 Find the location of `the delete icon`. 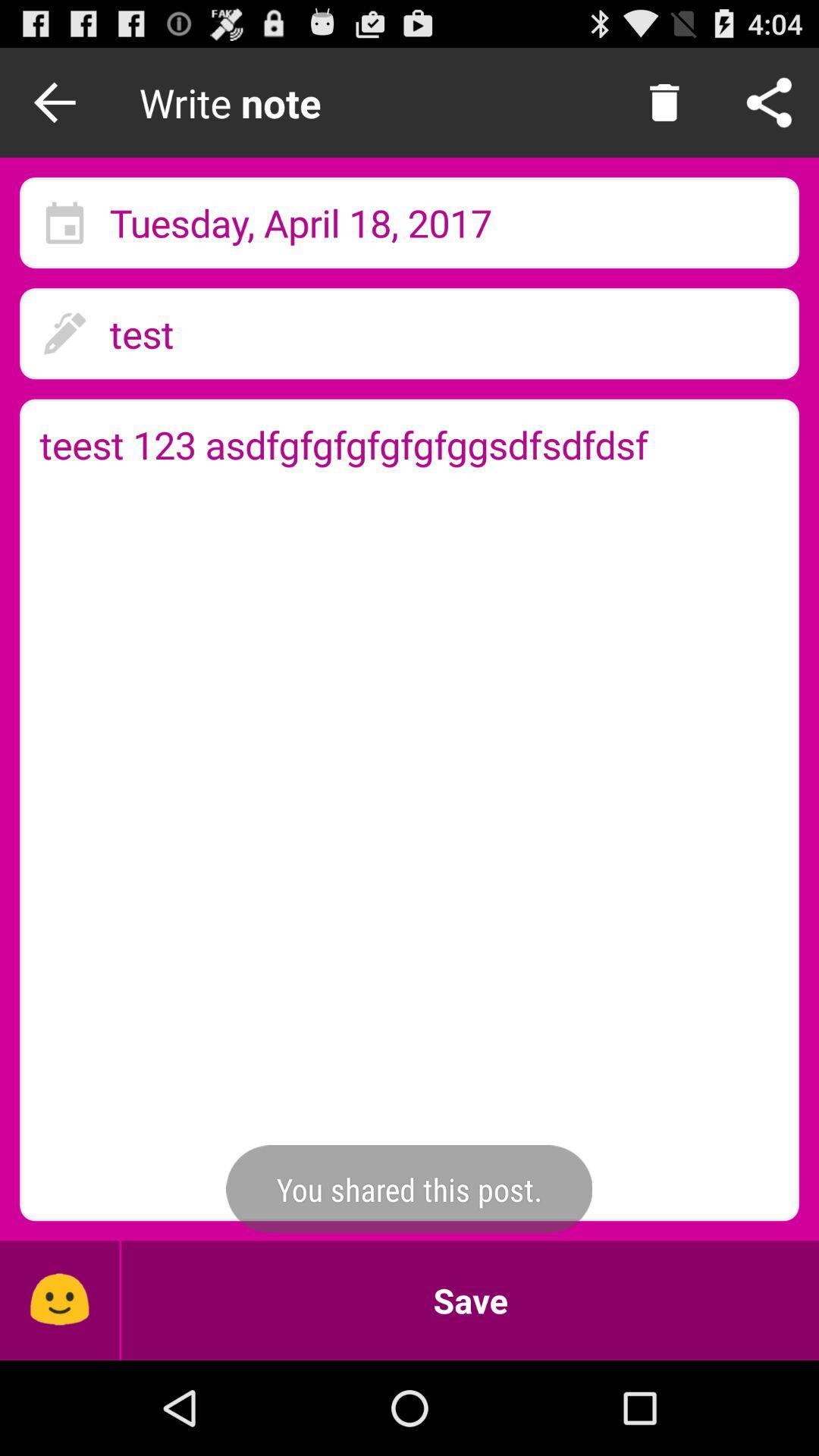

the delete icon is located at coordinates (664, 108).